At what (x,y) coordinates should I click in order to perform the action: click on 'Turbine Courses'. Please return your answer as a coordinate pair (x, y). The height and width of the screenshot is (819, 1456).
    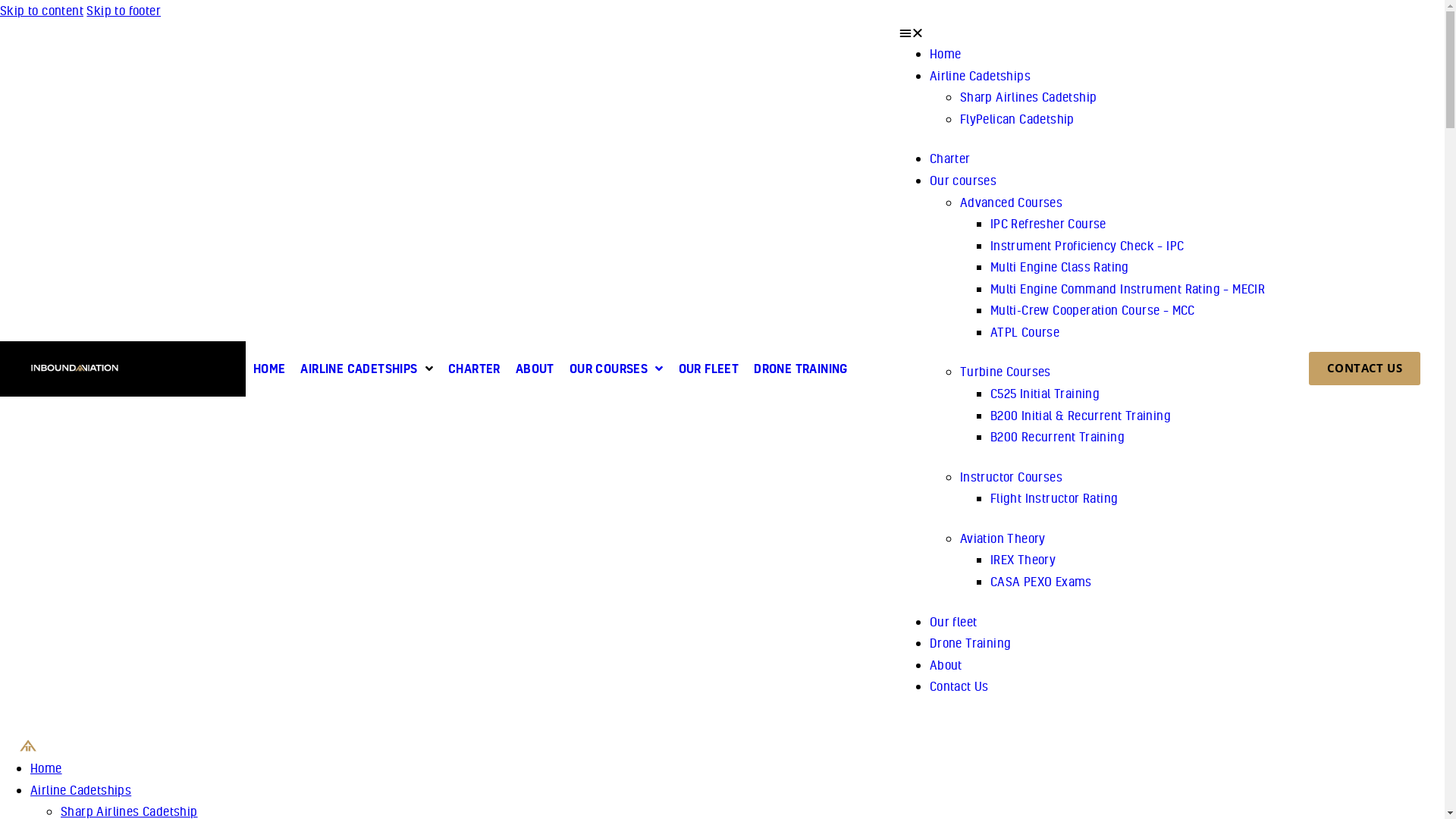
    Looking at the image, I should click on (1005, 371).